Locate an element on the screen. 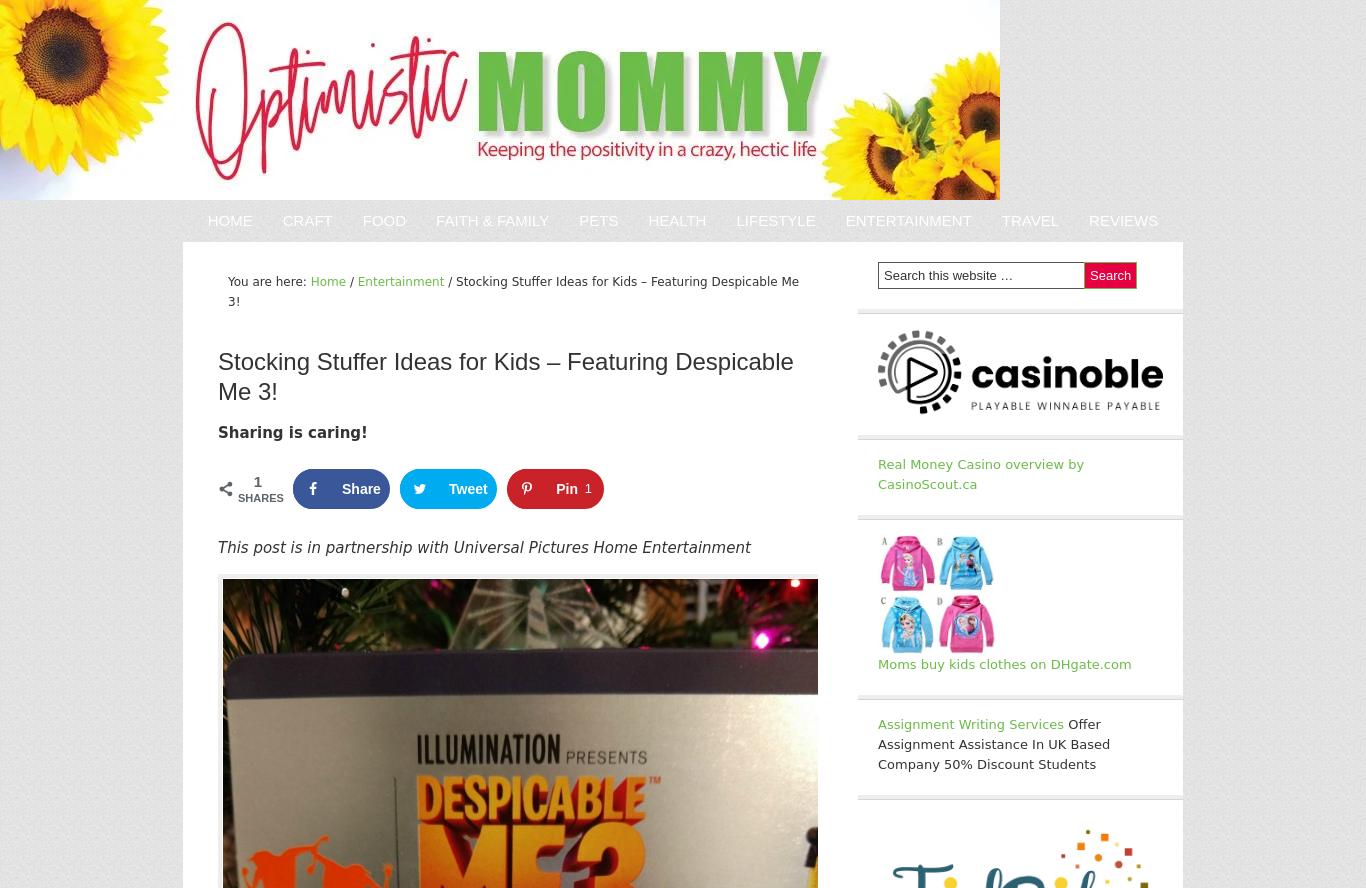 This screenshot has height=888, width=1366. 'Craft' is located at coordinates (306, 219).